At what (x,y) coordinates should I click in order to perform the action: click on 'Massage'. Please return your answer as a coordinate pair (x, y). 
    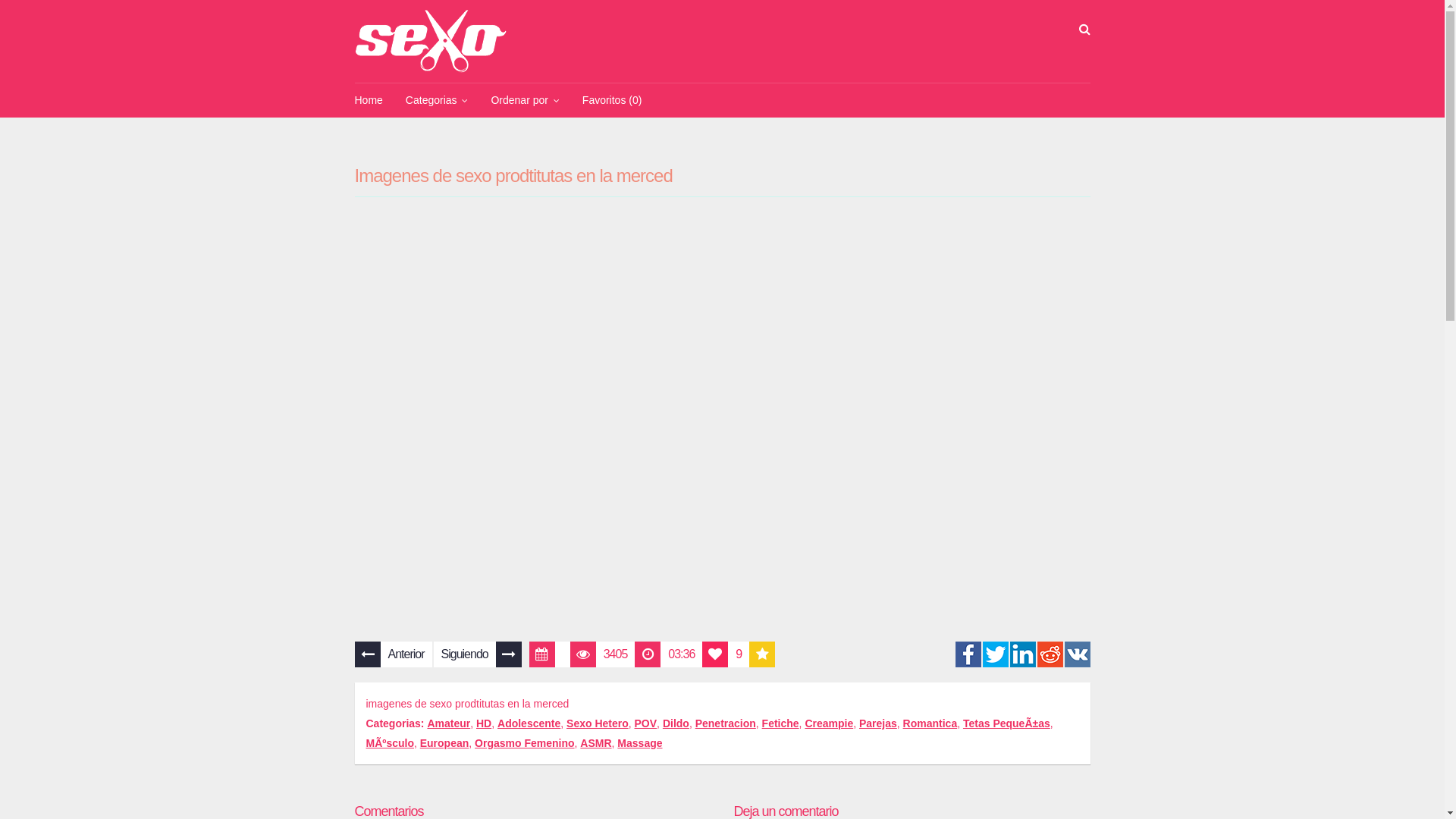
    Looking at the image, I should click on (639, 742).